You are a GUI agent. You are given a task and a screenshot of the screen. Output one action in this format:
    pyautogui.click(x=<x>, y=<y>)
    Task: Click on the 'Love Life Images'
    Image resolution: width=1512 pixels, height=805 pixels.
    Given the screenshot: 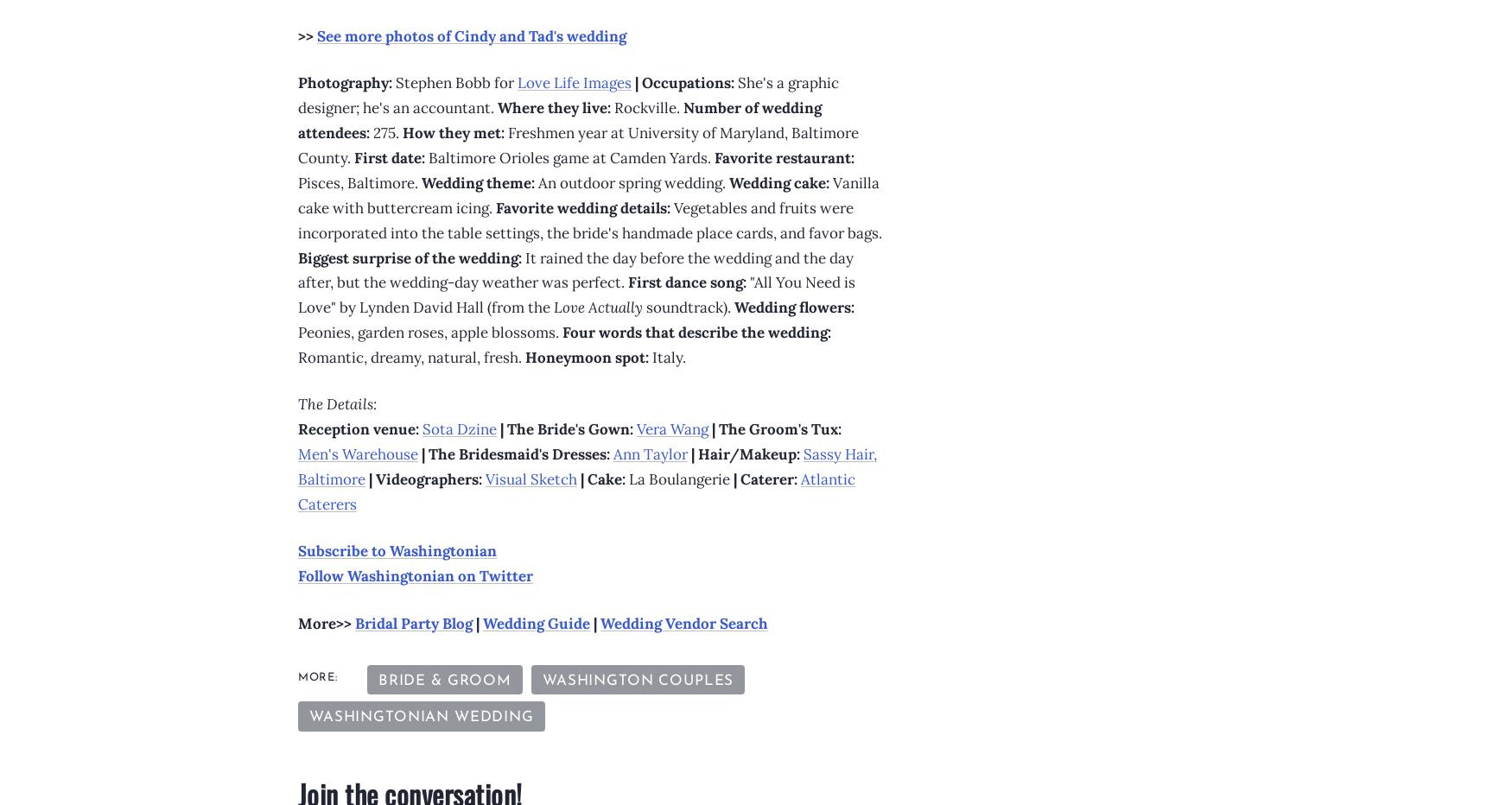 What is the action you would take?
    pyautogui.click(x=574, y=82)
    